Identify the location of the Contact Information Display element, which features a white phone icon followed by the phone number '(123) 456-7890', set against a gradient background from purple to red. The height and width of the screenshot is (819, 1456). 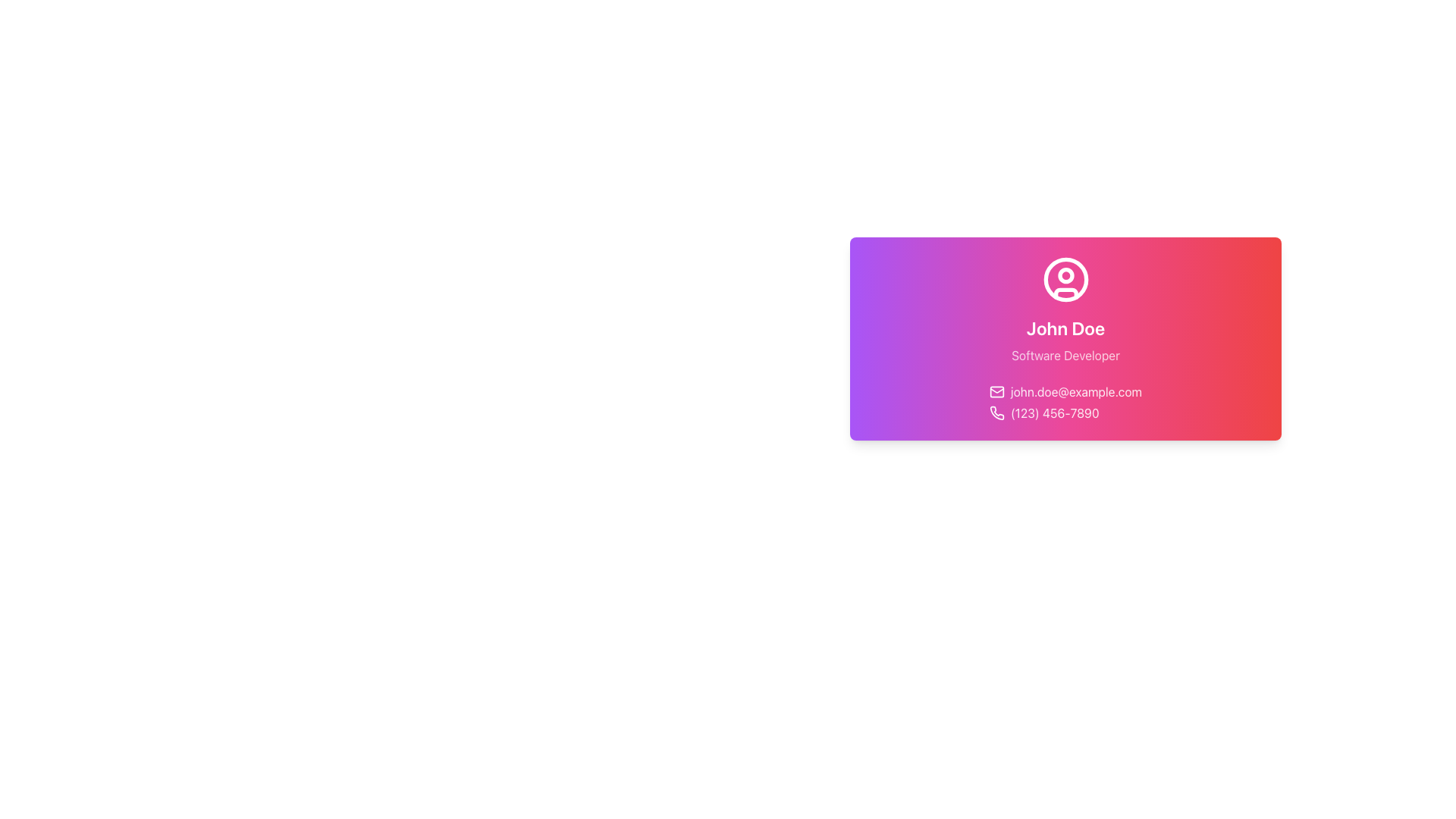
(1065, 413).